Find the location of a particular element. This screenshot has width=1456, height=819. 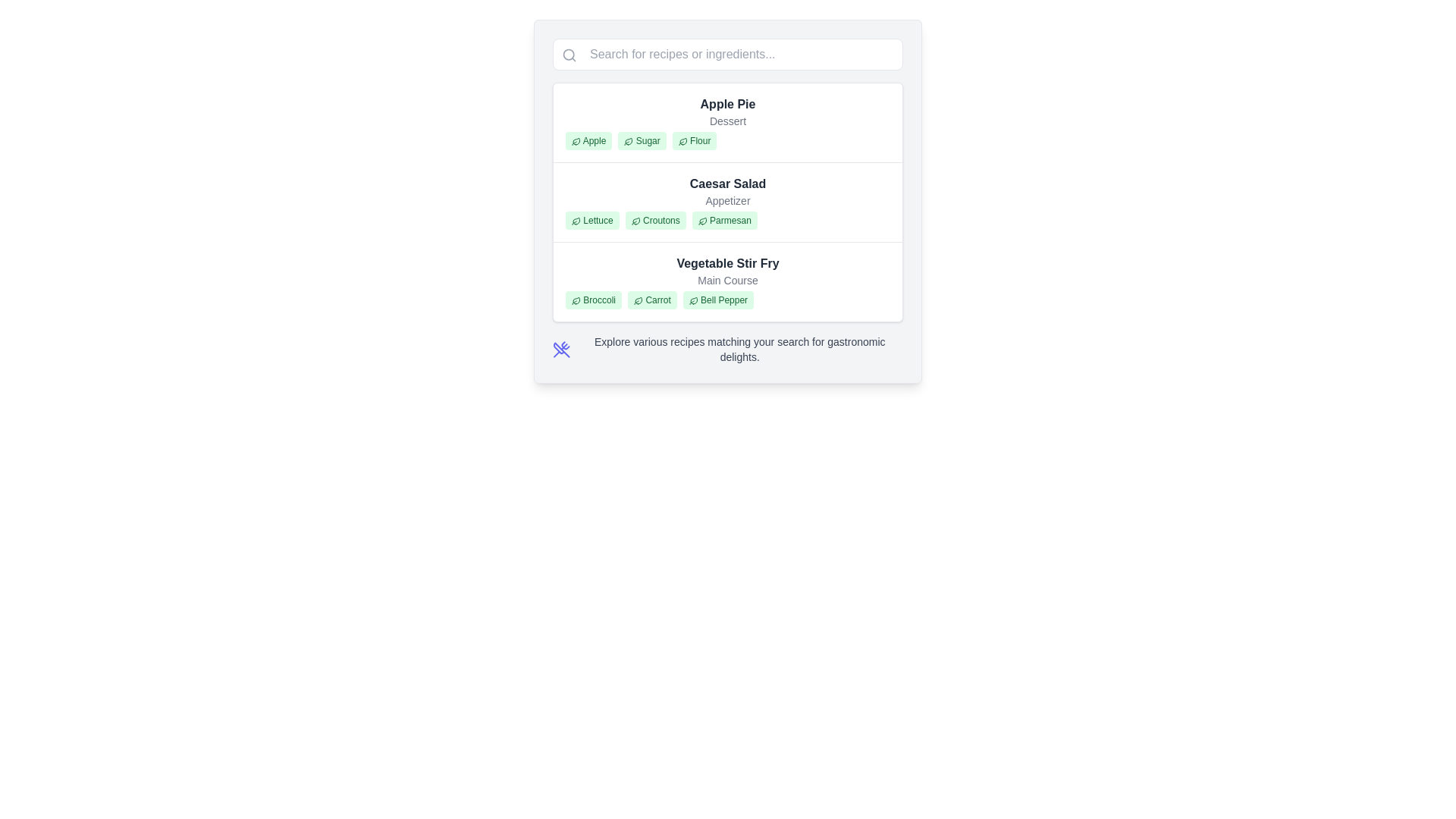

the text label styled in a small gray font that reads 'Appetizer', located directly below the title 'Caesar Salad' in the card listing is located at coordinates (728, 200).